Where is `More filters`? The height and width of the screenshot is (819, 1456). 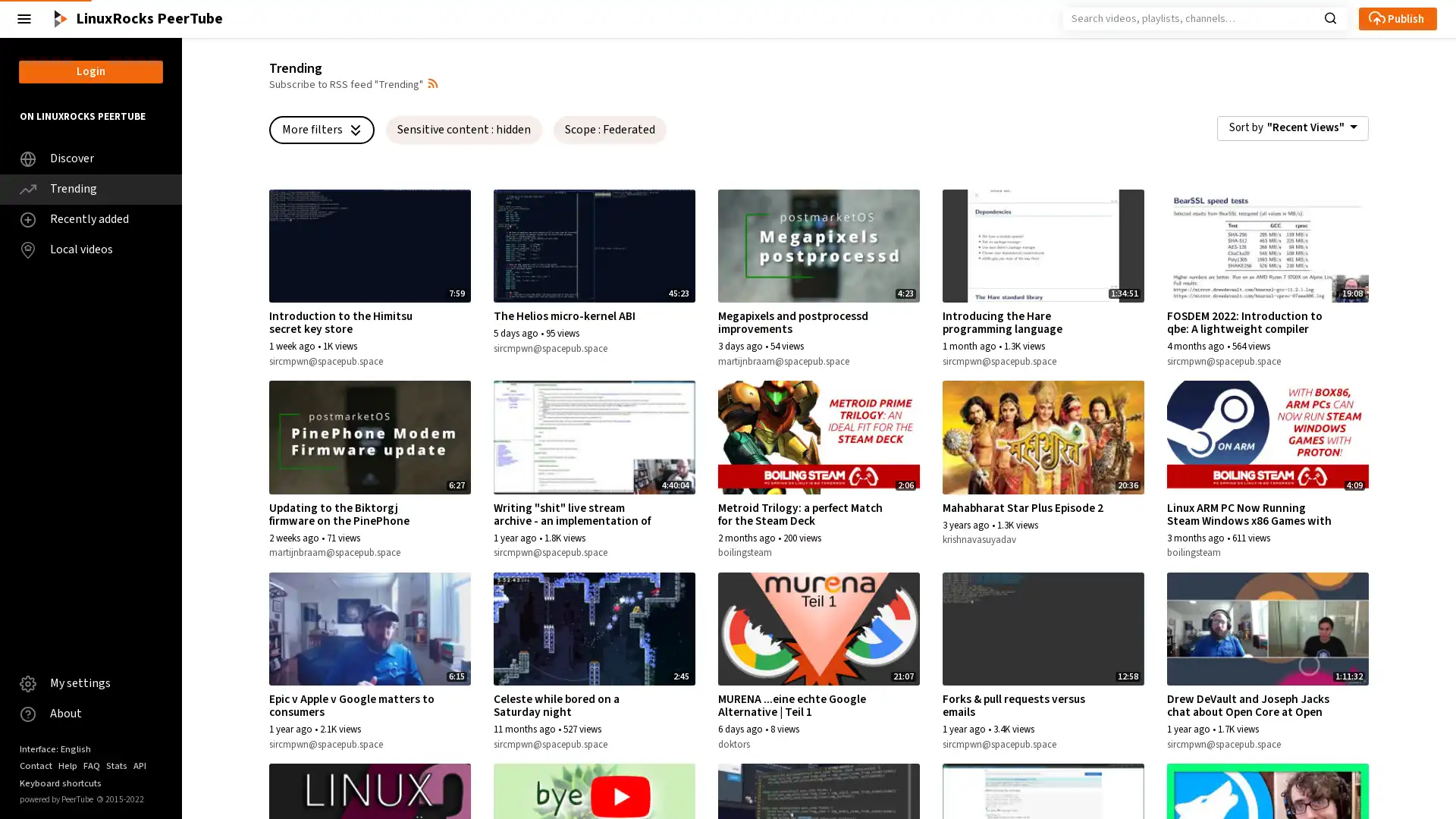
More filters is located at coordinates (321, 128).